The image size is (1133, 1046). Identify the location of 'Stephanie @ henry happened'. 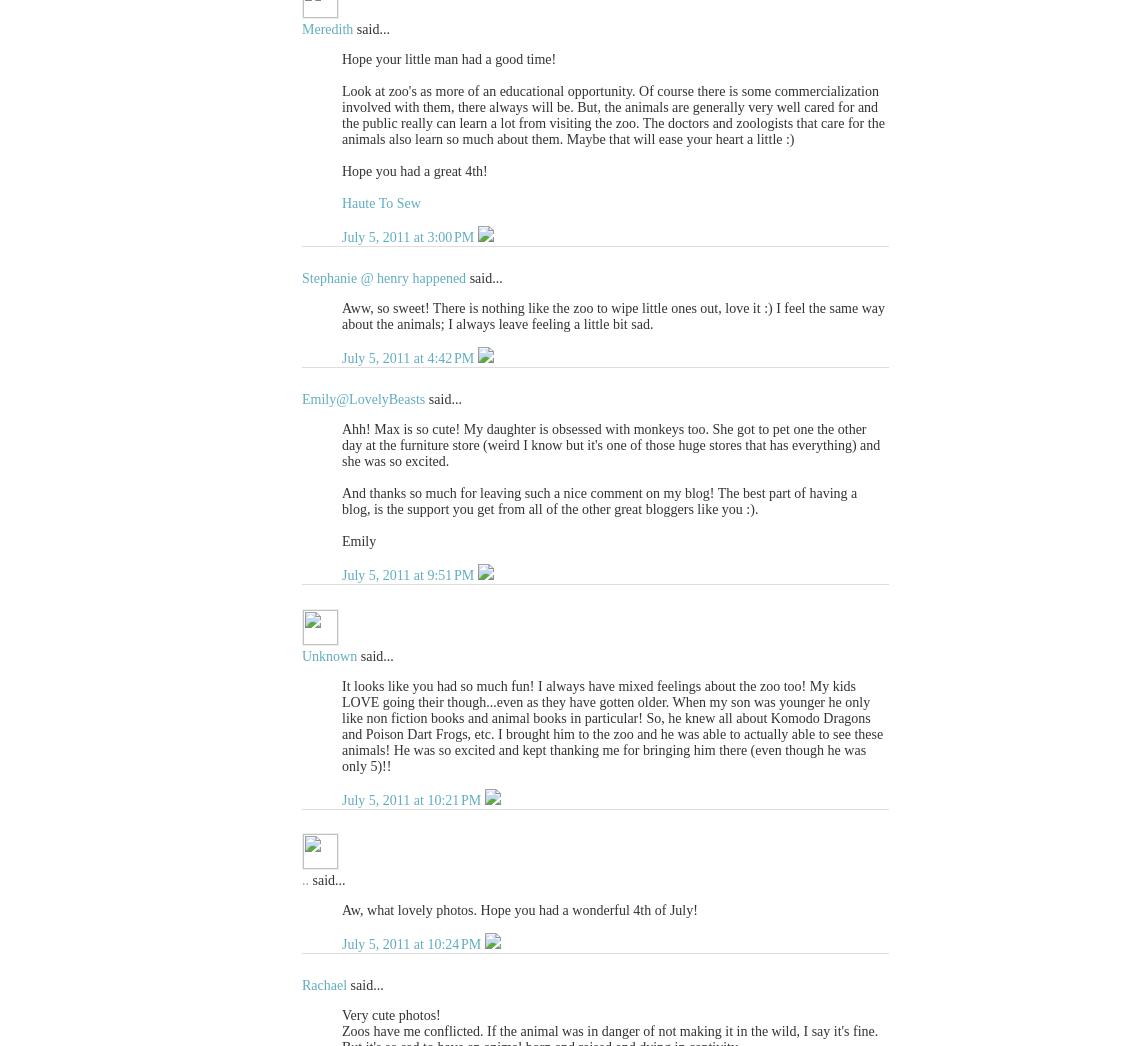
(382, 278).